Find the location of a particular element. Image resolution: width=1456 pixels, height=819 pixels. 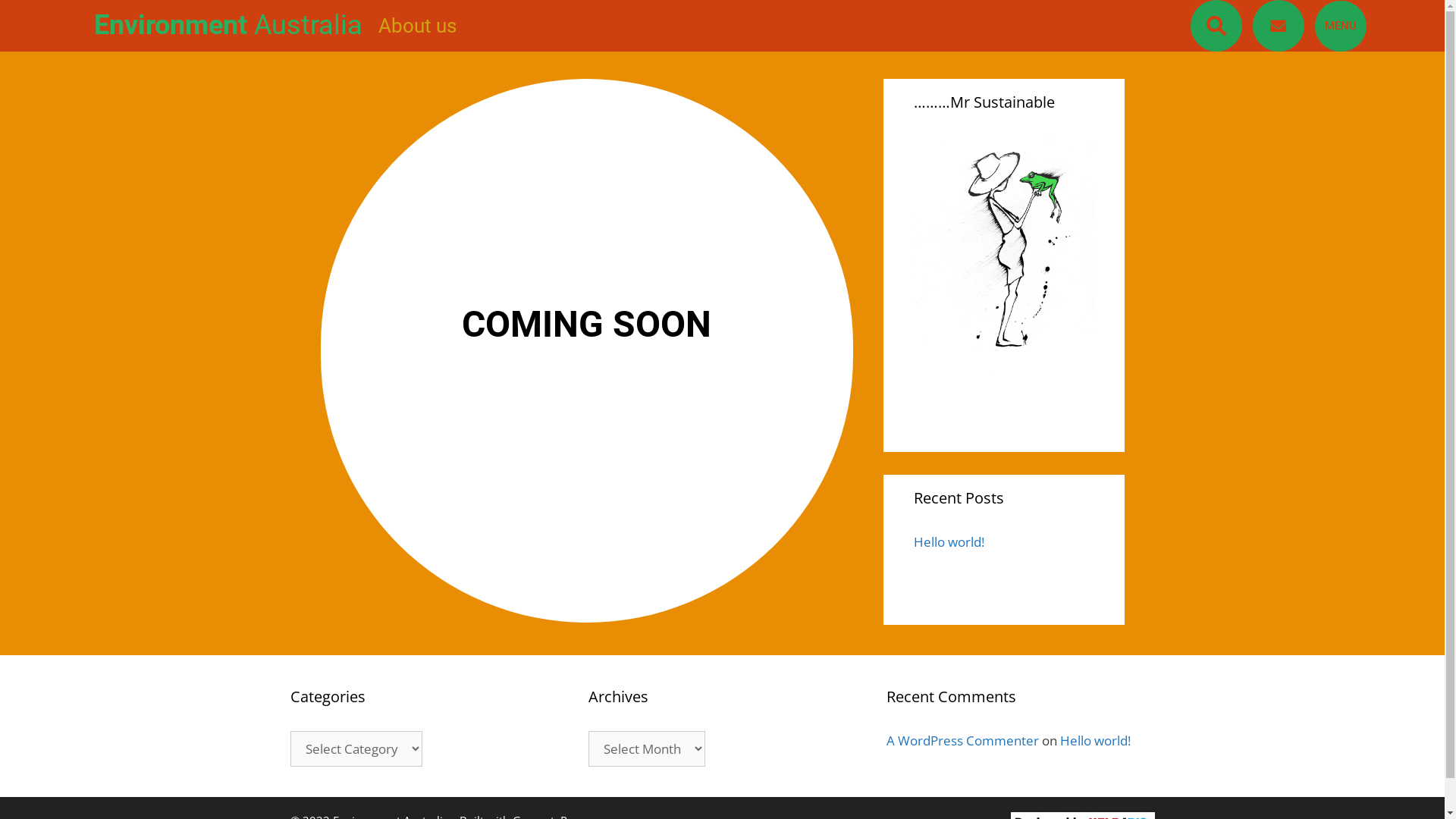

'MENU' is located at coordinates (1313, 25).